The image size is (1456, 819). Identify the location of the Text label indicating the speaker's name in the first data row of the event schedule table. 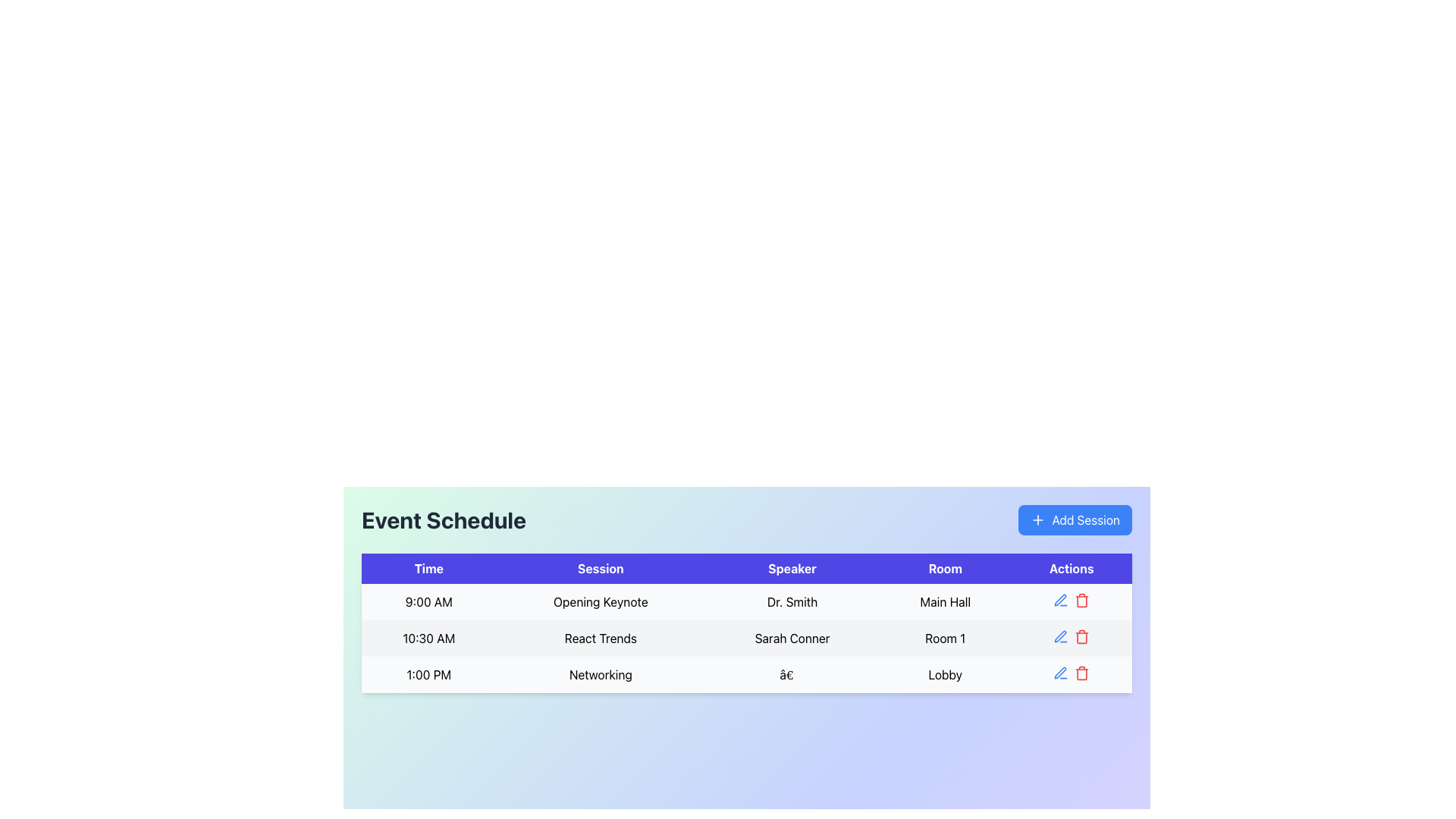
(792, 601).